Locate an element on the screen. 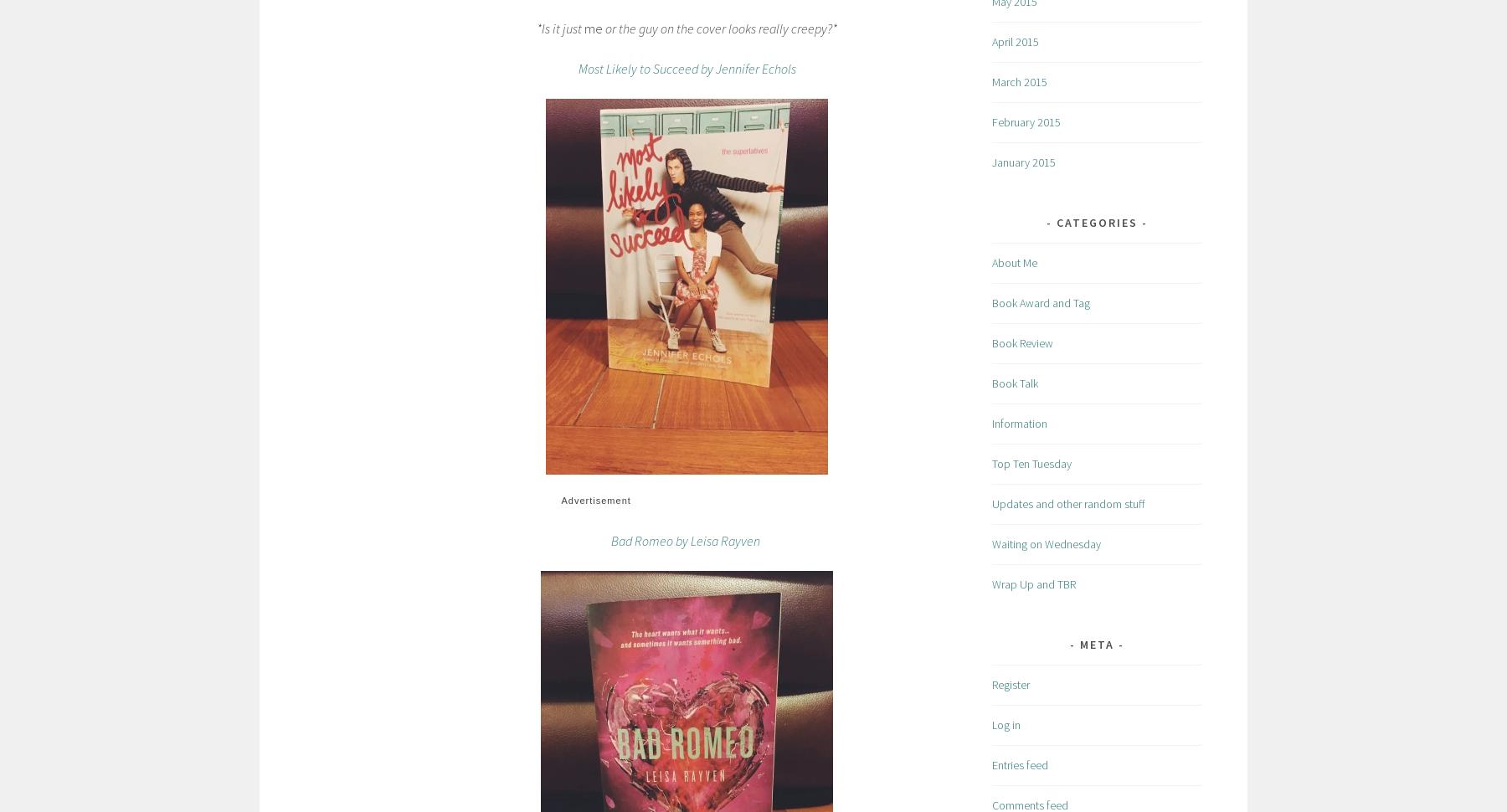  'About Me' is located at coordinates (1013, 262).